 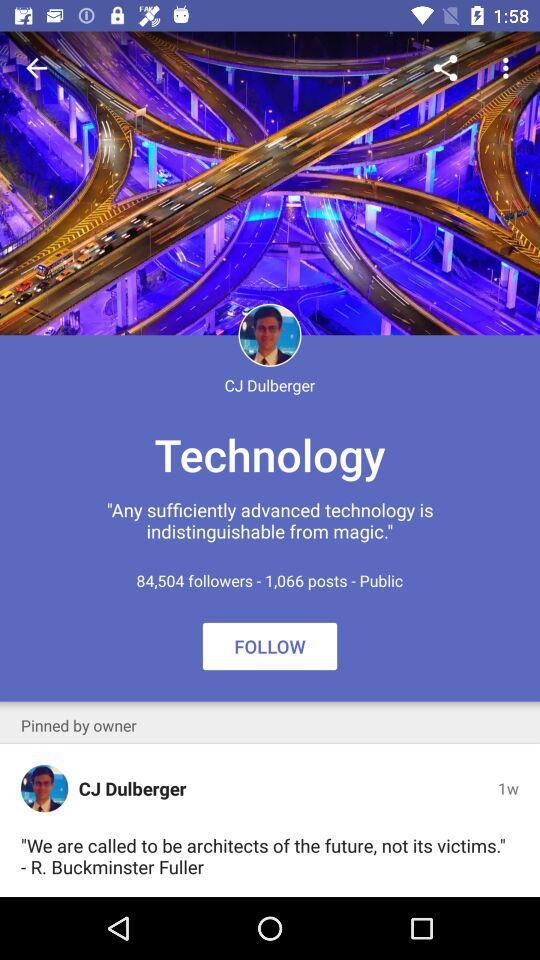 What do you see at coordinates (508, 68) in the screenshot?
I see `the icon above technology icon` at bounding box center [508, 68].